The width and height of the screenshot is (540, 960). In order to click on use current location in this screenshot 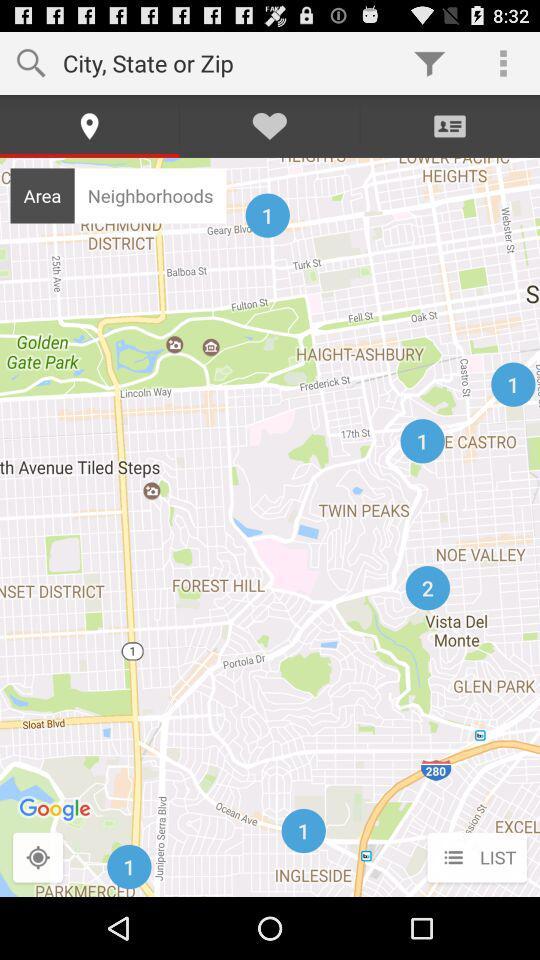, I will do `click(38, 857)`.